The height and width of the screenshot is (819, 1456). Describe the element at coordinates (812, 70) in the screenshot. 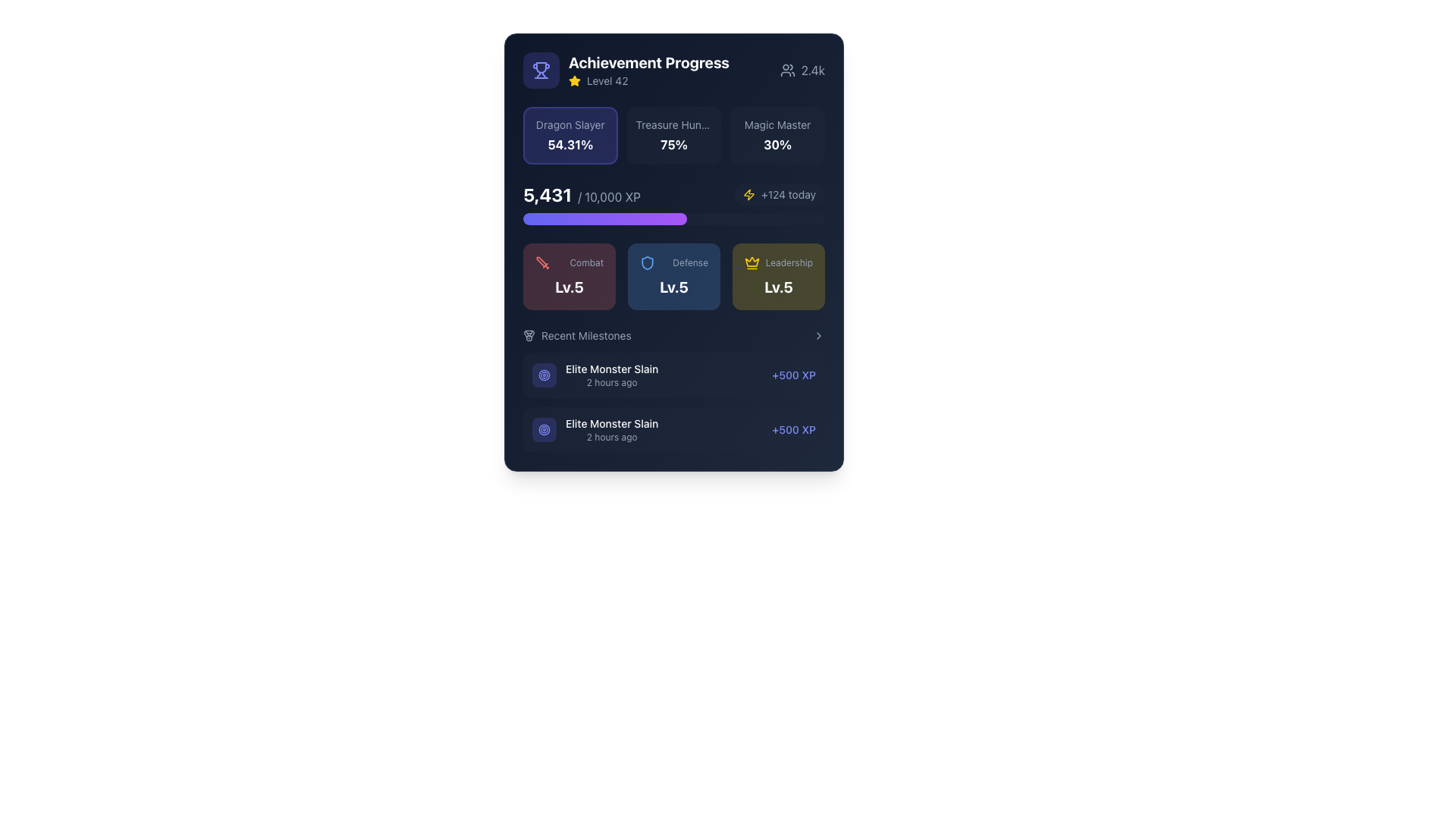

I see `the non-interactive Text label displaying a count next to the user group icon in the top right corner of the 'Achievement Progress' card` at that location.